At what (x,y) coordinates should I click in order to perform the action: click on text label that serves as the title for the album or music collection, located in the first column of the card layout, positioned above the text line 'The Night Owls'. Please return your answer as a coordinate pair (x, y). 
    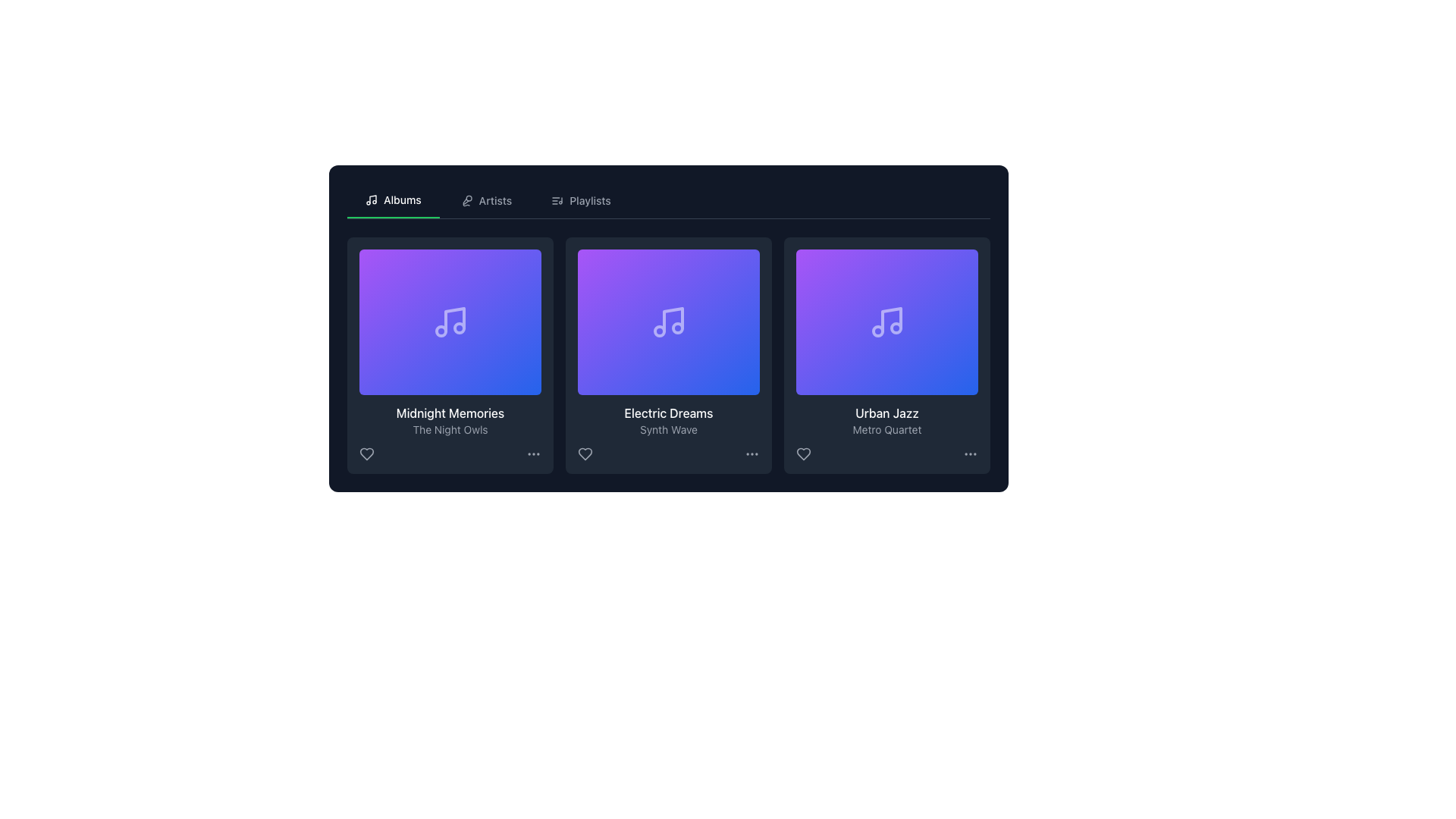
    Looking at the image, I should click on (450, 413).